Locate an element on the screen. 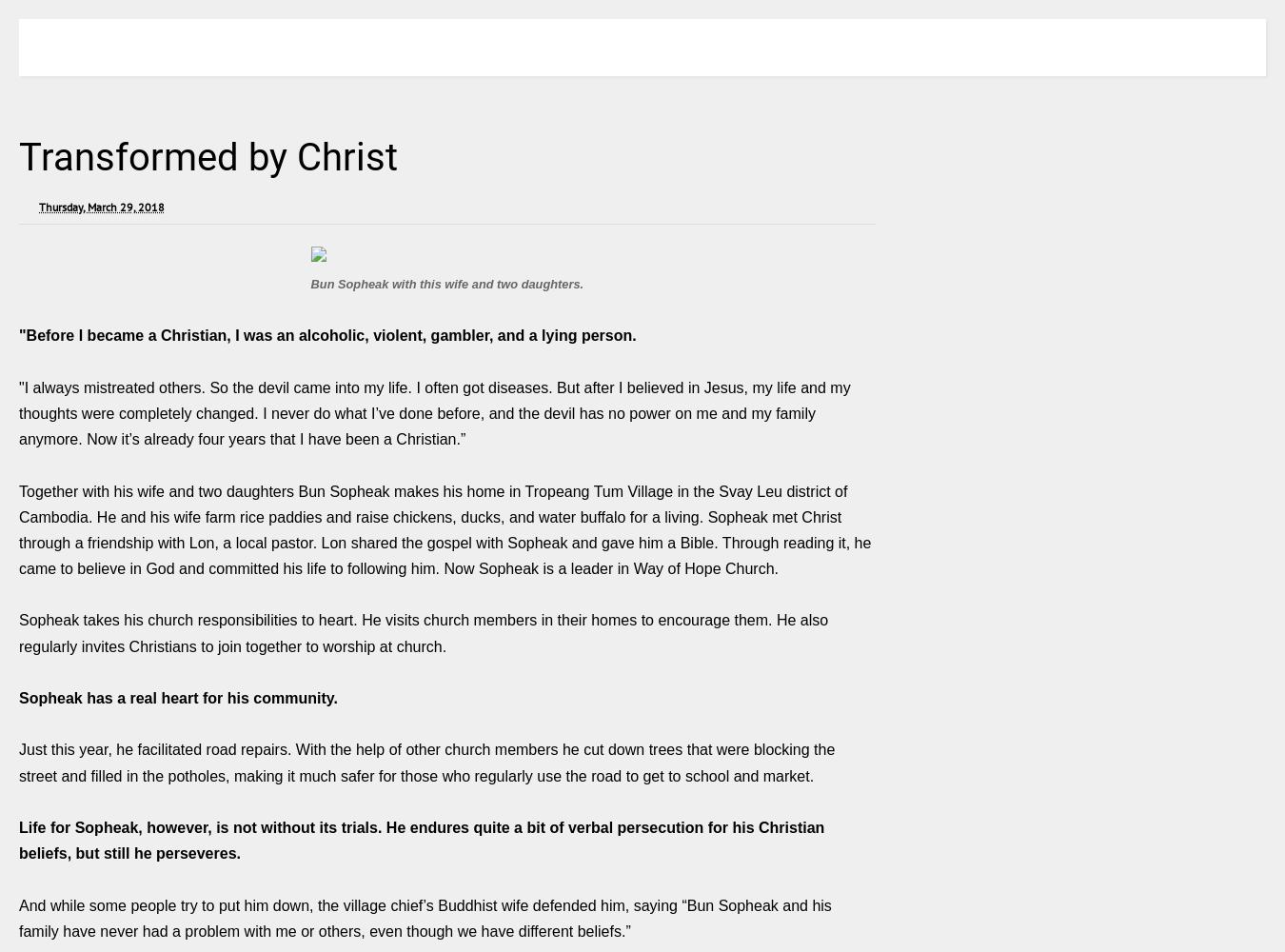 This screenshot has height=952, width=1285. 'A Presidential Chat: FH Canada welcomes a new leader' is located at coordinates (1103, 538).